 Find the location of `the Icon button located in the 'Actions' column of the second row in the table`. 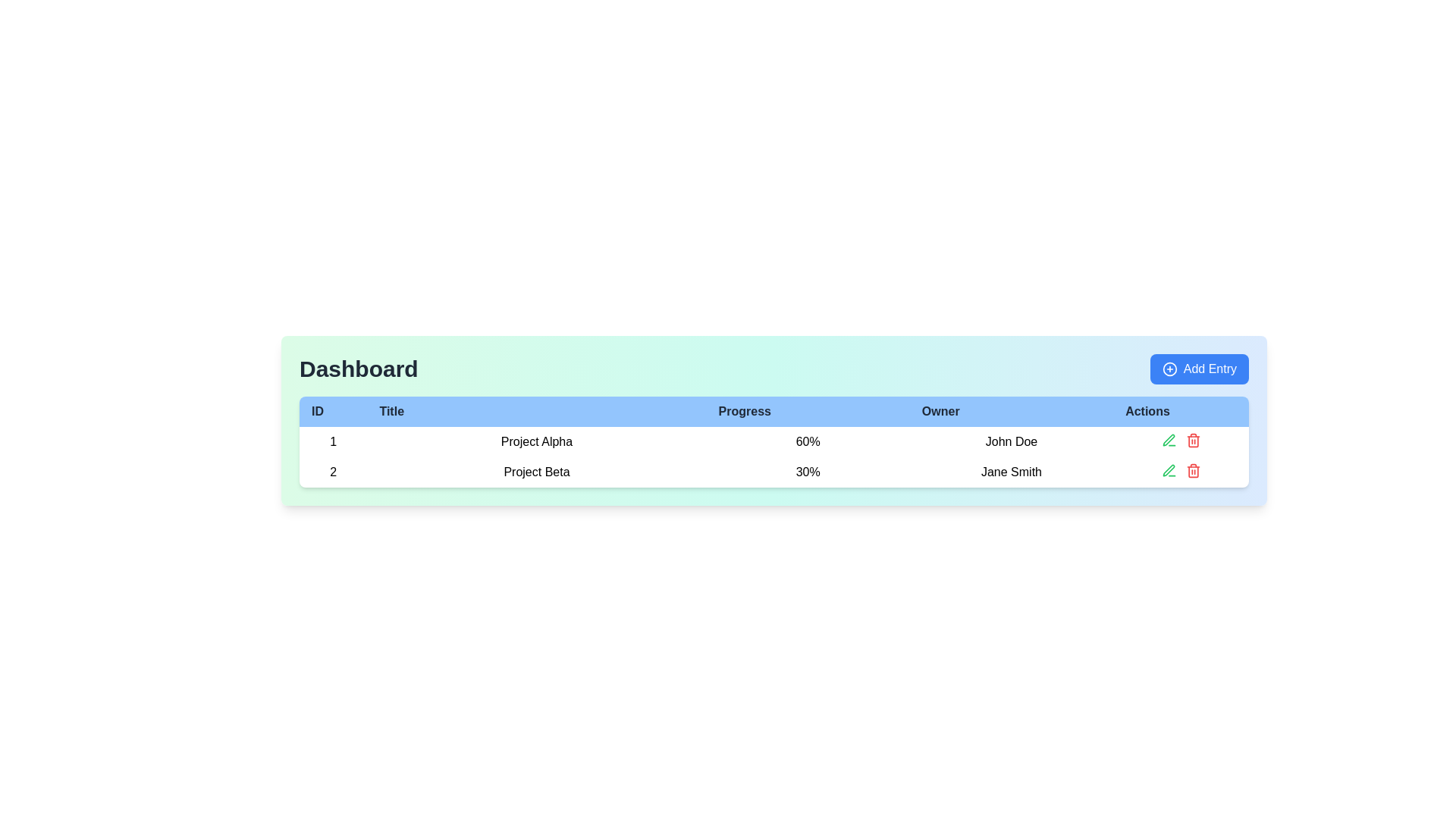

the Icon button located in the 'Actions' column of the second row in the table is located at coordinates (1168, 469).